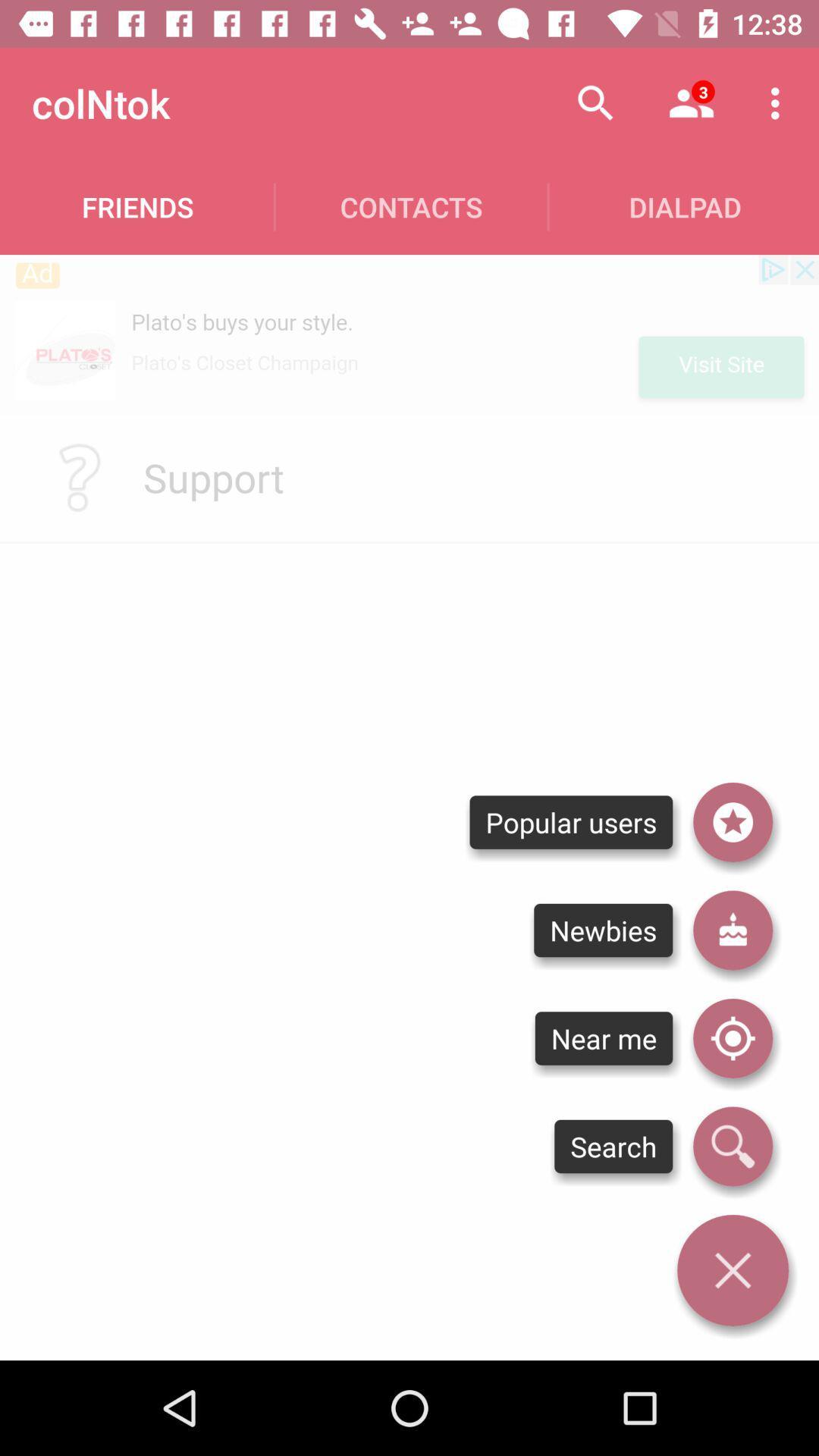 The height and width of the screenshot is (1456, 819). What do you see at coordinates (732, 821) in the screenshot?
I see `icon to the right of the popular users` at bounding box center [732, 821].